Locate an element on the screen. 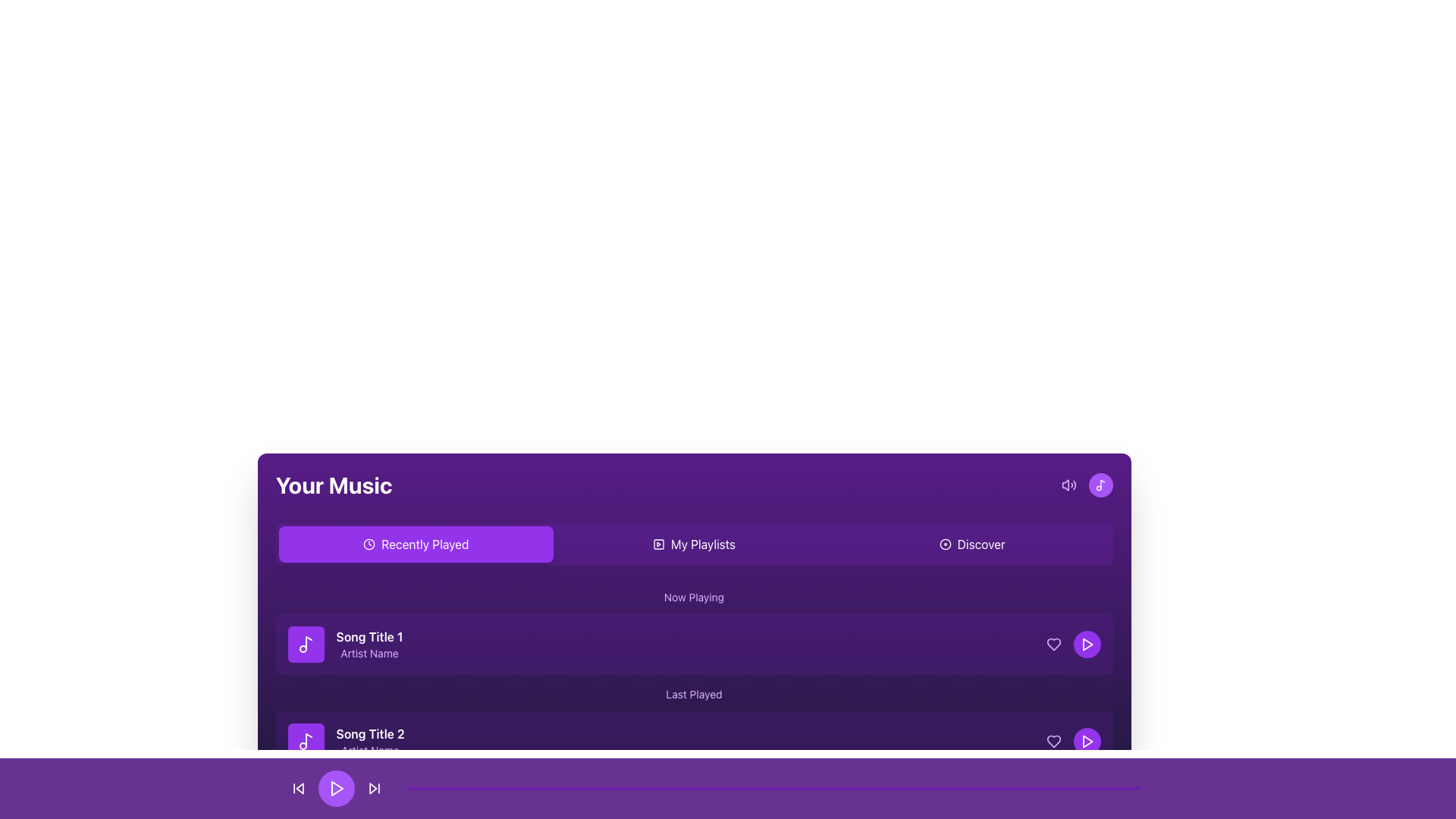  the play button styled as a triangle pointing to the right, located adjacent to 'Song Title 2' in the music playlist interface to initiate playback is located at coordinates (1087, 741).